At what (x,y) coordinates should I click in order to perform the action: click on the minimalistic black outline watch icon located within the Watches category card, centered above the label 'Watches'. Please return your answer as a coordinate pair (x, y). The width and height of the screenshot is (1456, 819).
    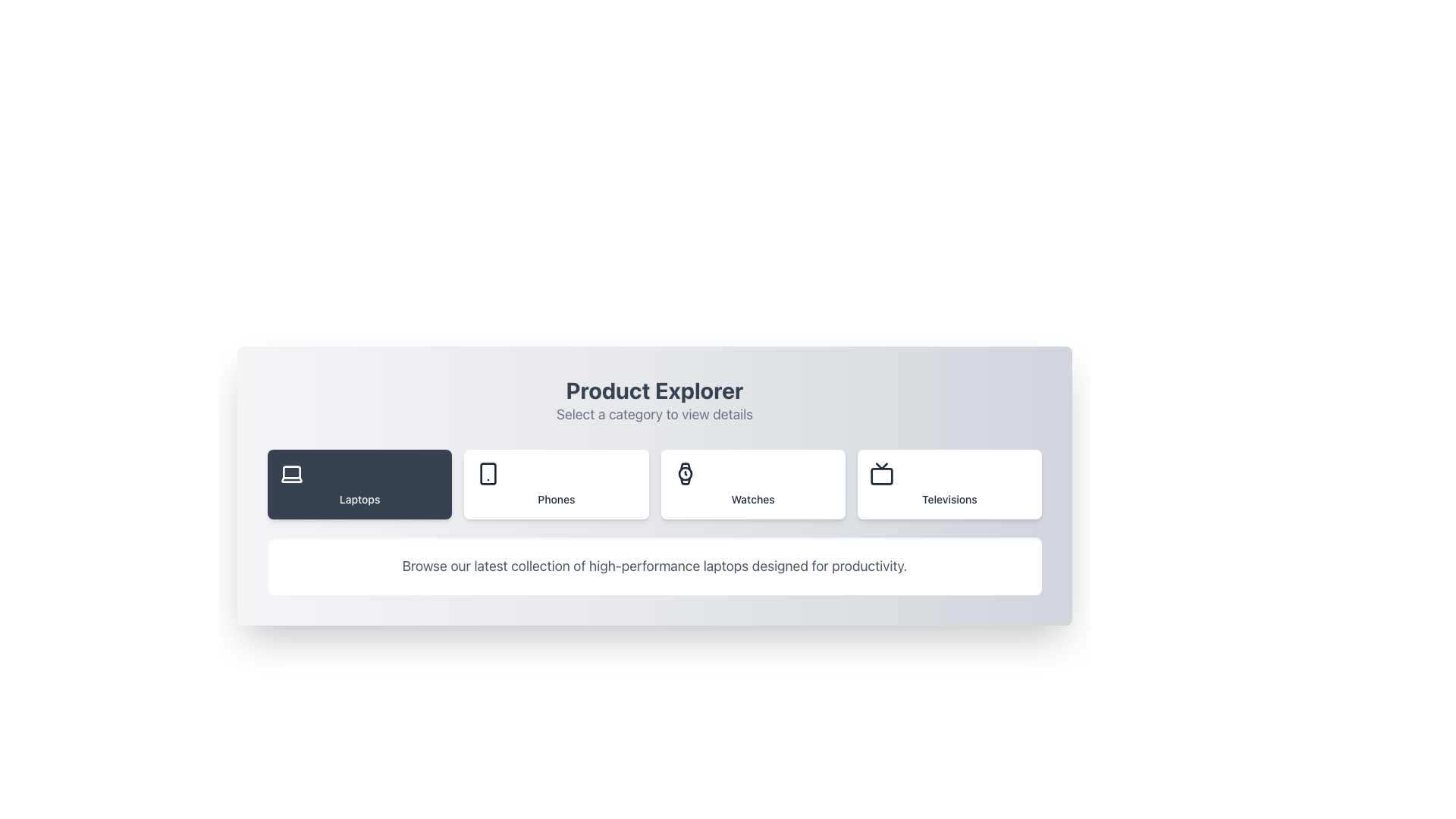
    Looking at the image, I should click on (684, 472).